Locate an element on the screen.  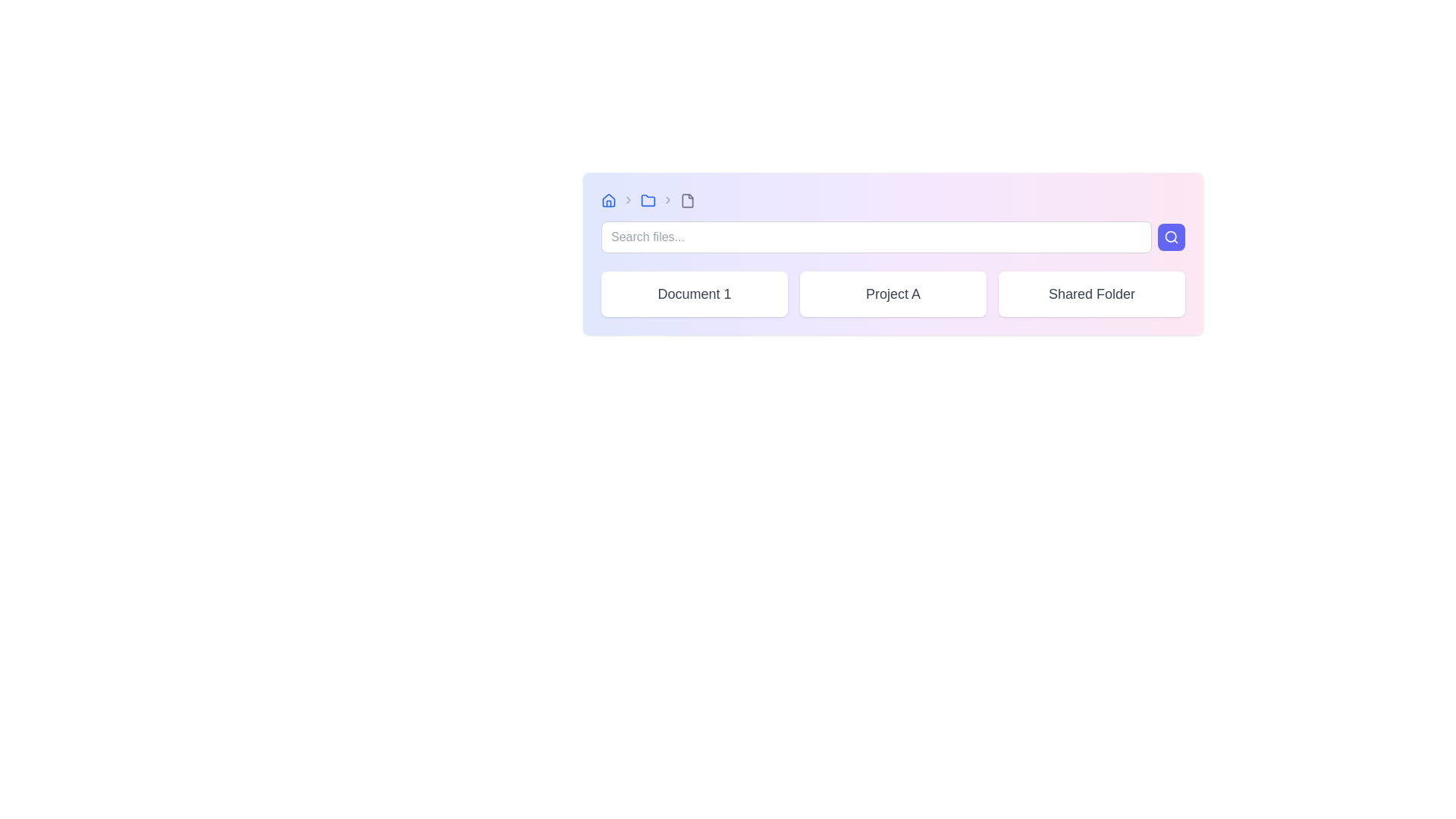
the small right-pointing chevron icon in the breadcrumb navigation bar, which is the third navigation icon following the hyperlink 'Project A' is located at coordinates (667, 199).